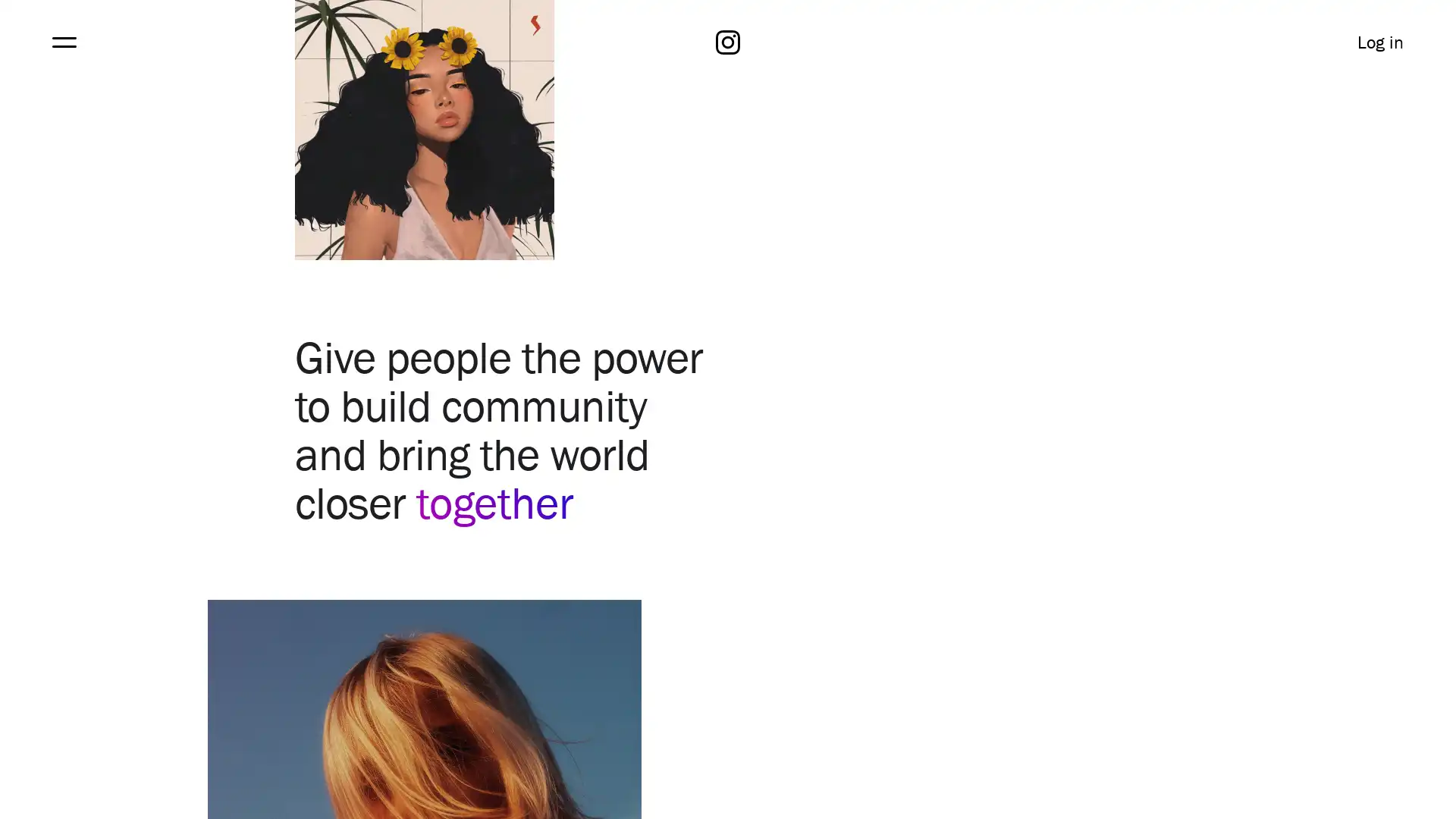 The width and height of the screenshot is (1456, 819). I want to click on together, so click(494, 502).